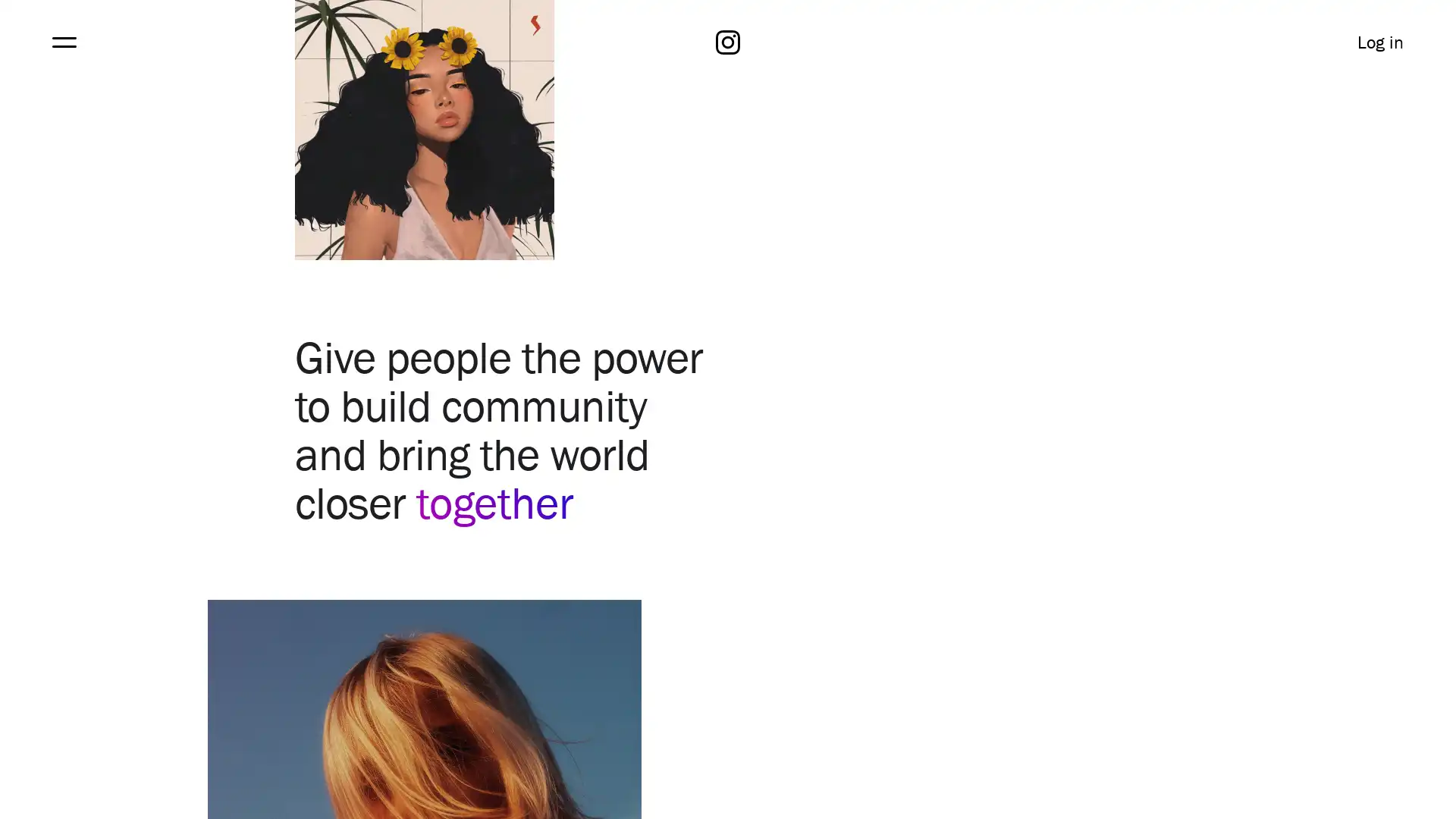 The width and height of the screenshot is (1456, 819). I want to click on together, so click(494, 502).